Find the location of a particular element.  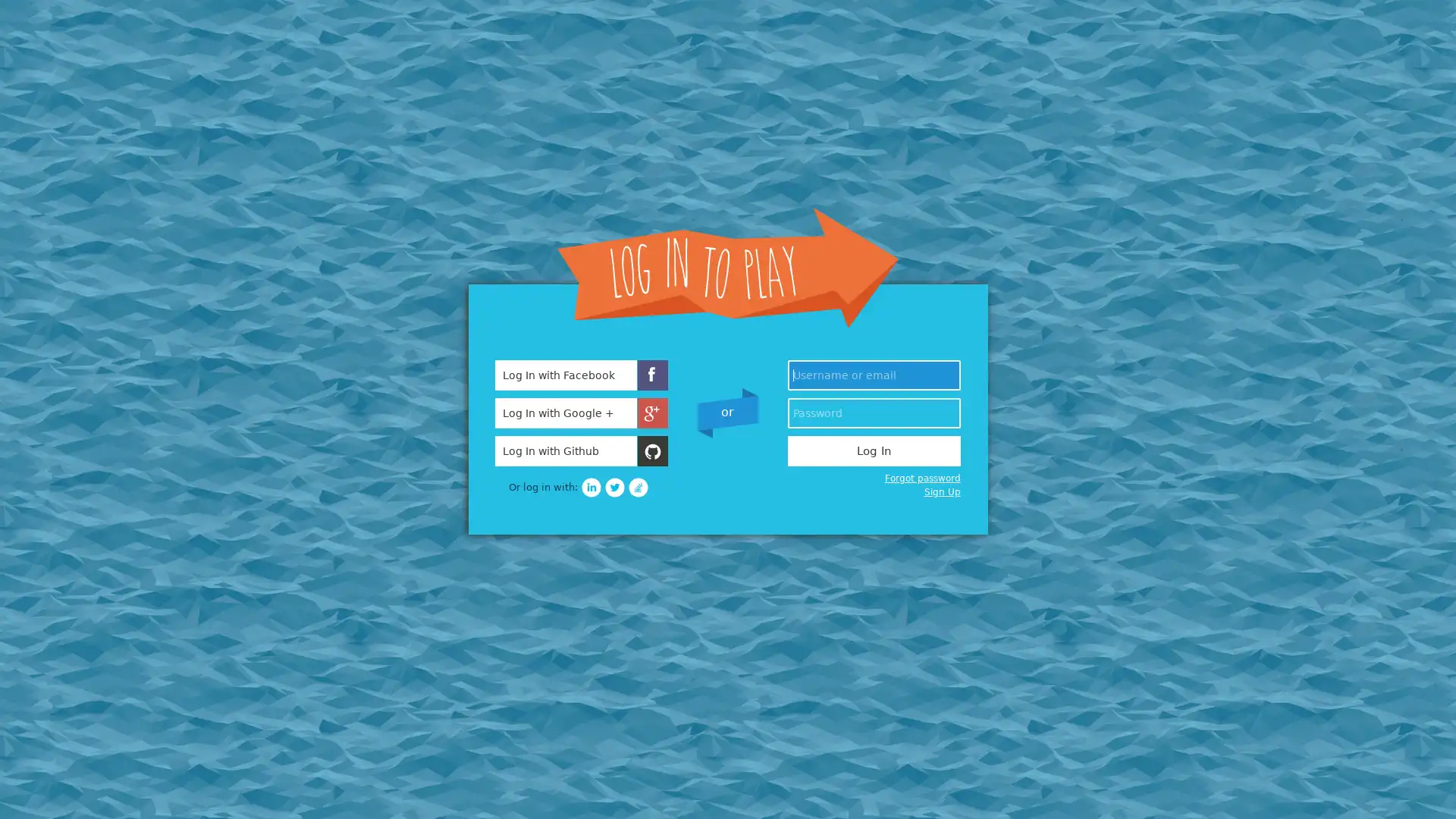

Log In is located at coordinates (874, 450).